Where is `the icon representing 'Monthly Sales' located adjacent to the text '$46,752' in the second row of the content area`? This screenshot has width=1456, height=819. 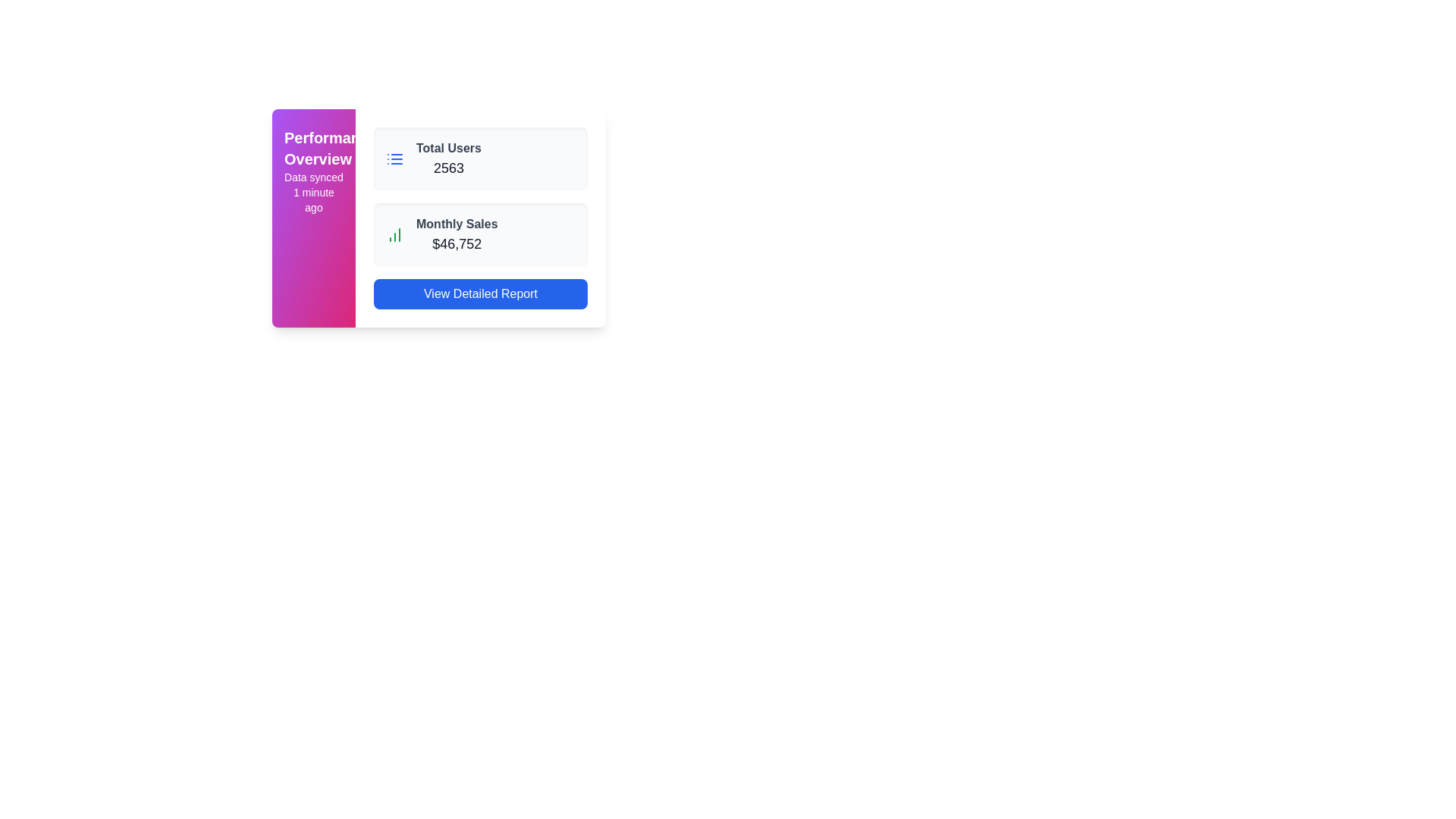
the icon representing 'Monthly Sales' located adjacent to the text '$46,752' in the second row of the content area is located at coordinates (395, 234).